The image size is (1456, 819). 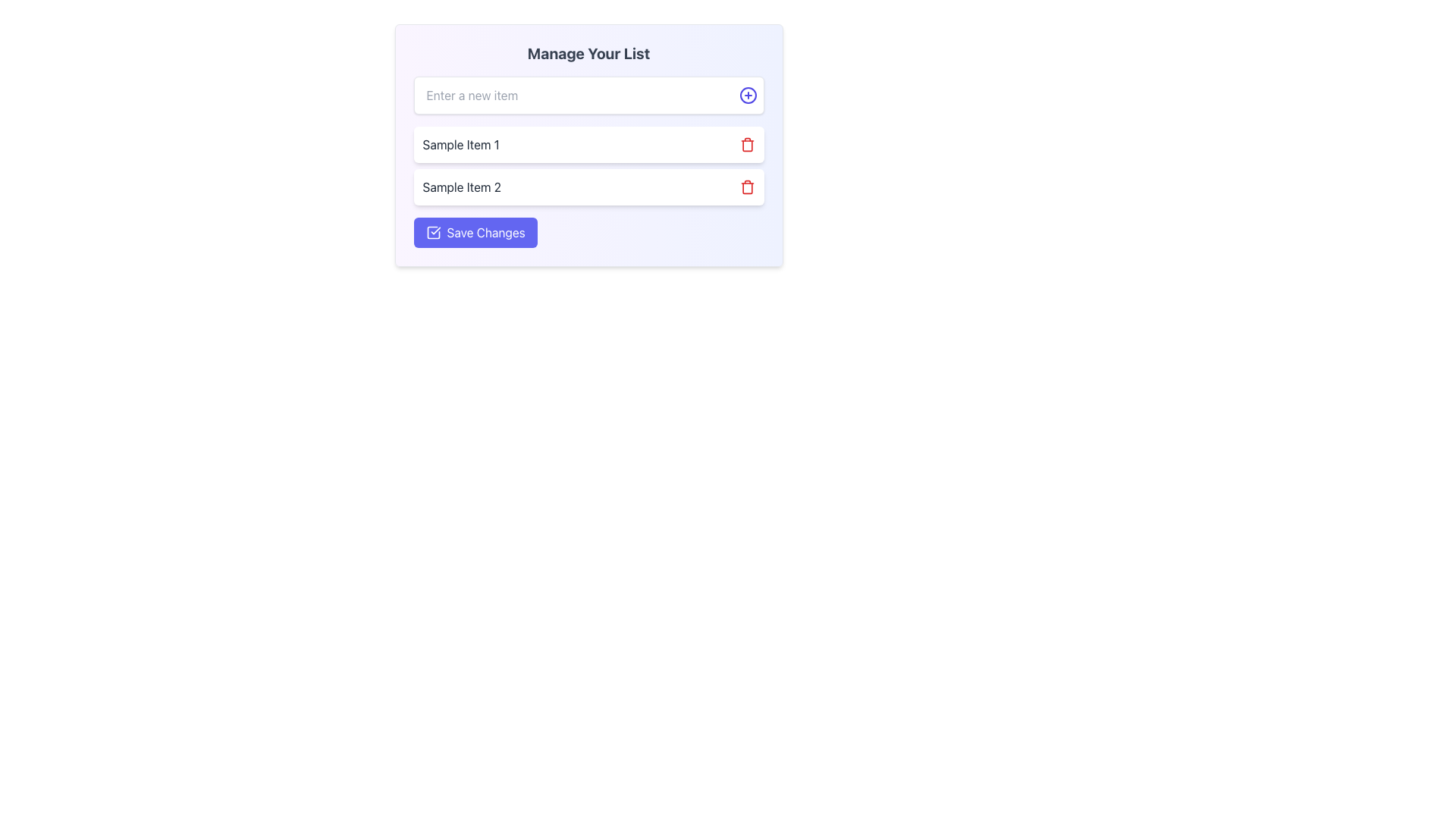 I want to click on the 'Save Changes' button with a purple background and a checkmark icon, so click(x=475, y=233).